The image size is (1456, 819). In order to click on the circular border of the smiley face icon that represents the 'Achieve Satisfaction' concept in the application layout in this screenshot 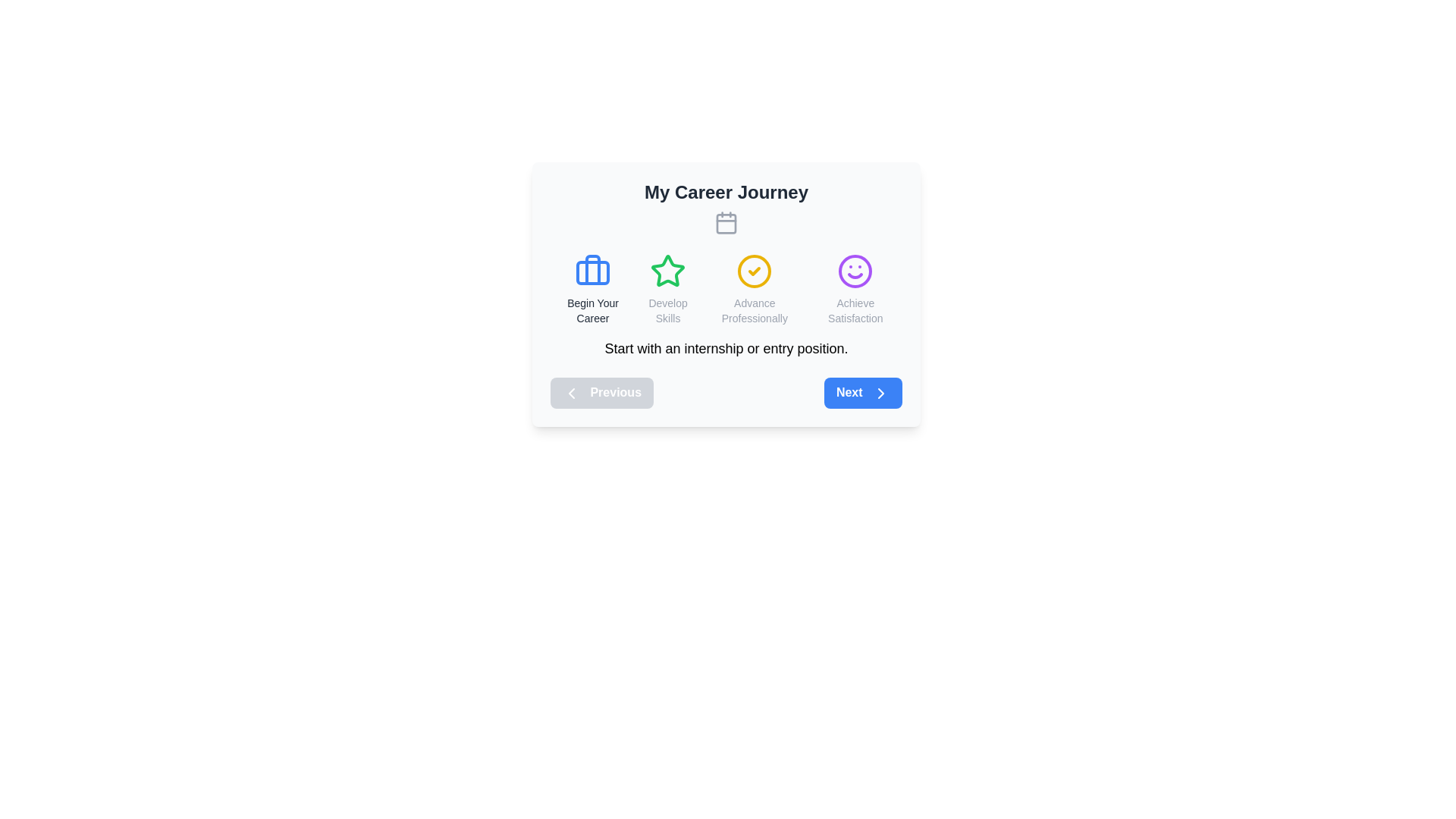, I will do `click(855, 271)`.